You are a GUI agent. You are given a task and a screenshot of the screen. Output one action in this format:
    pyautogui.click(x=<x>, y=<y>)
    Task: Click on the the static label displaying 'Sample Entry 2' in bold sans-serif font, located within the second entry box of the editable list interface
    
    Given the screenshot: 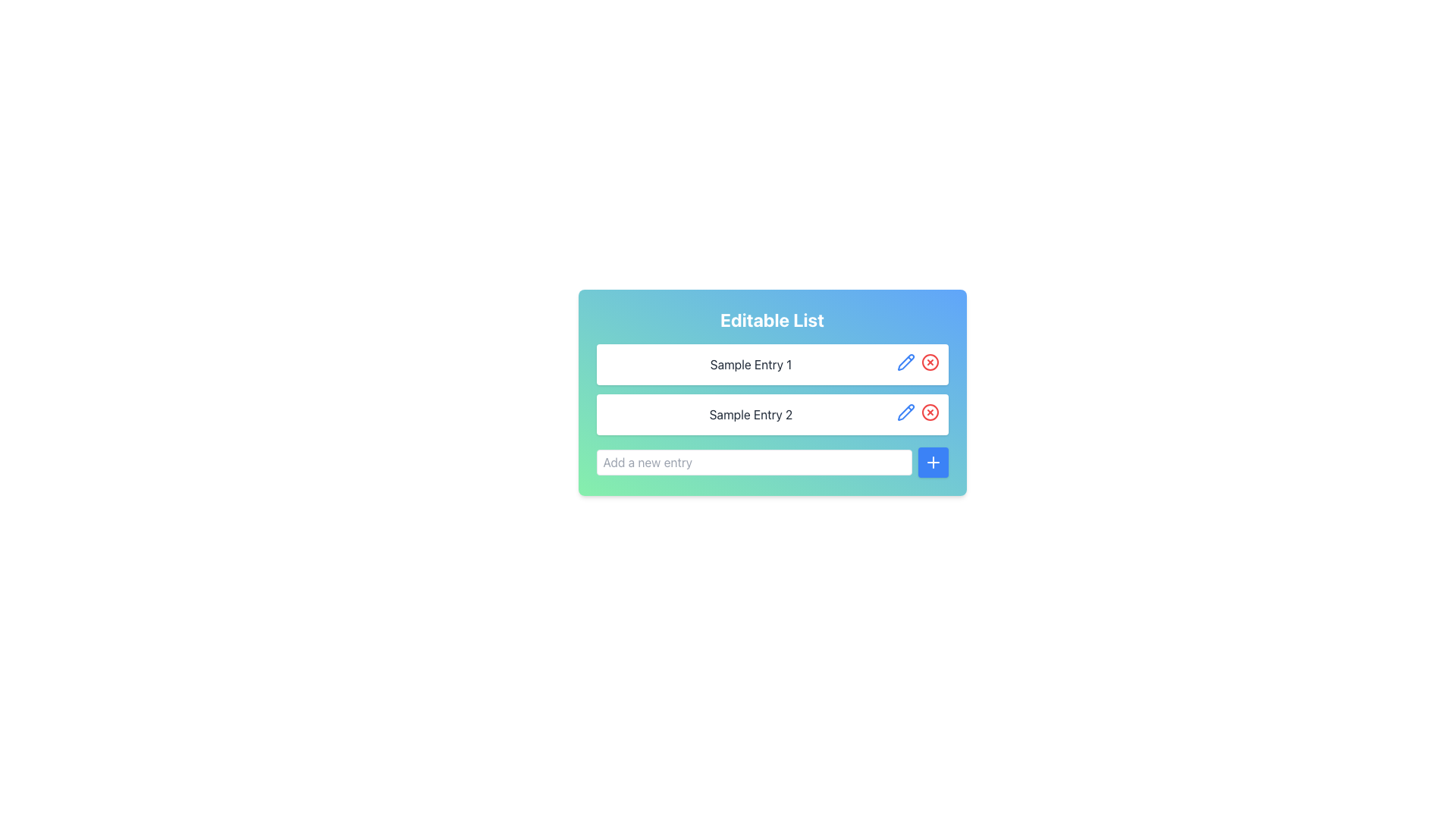 What is the action you would take?
    pyautogui.click(x=751, y=415)
    